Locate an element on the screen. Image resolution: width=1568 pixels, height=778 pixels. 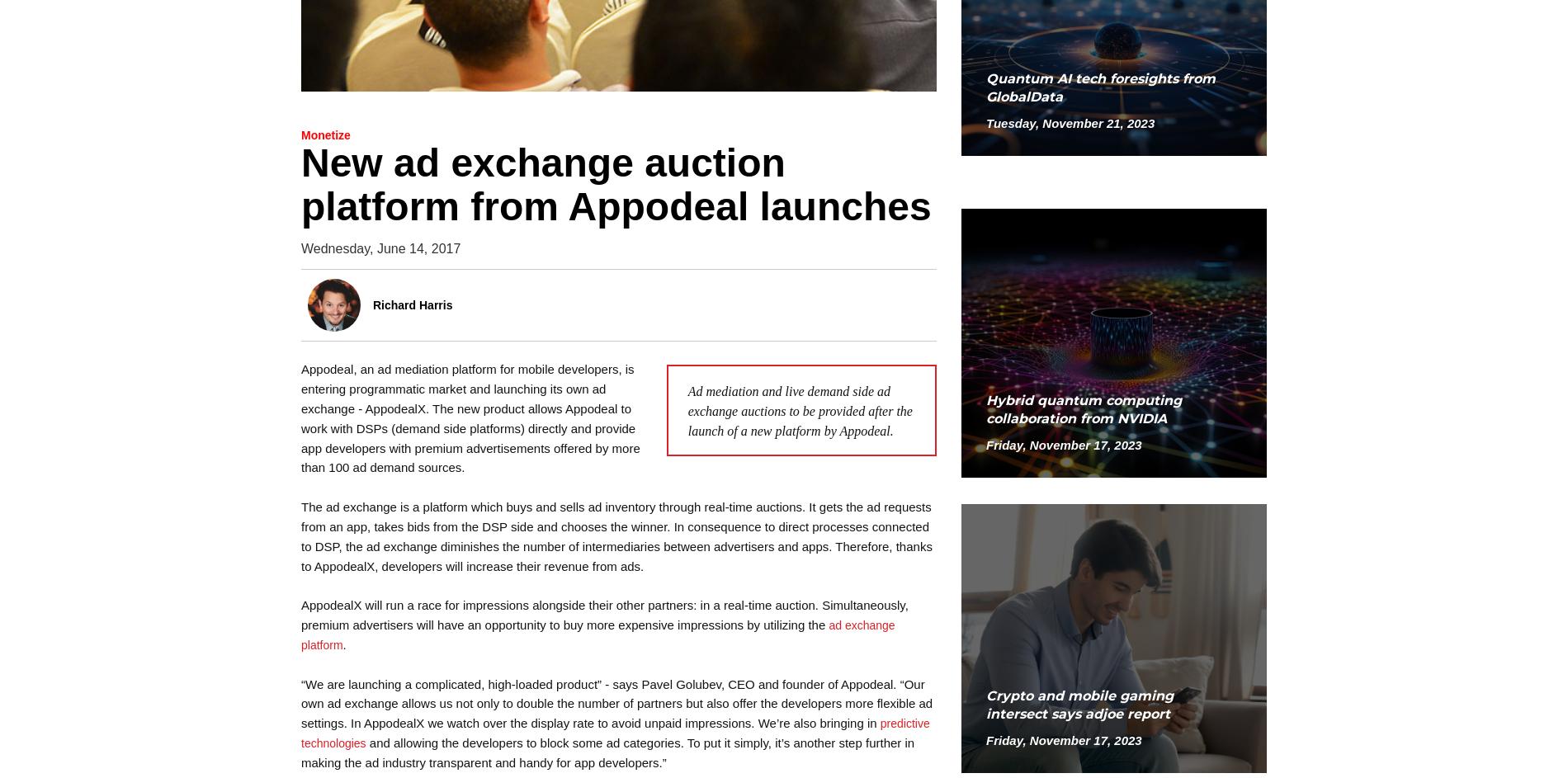
'.' is located at coordinates (344, 644).